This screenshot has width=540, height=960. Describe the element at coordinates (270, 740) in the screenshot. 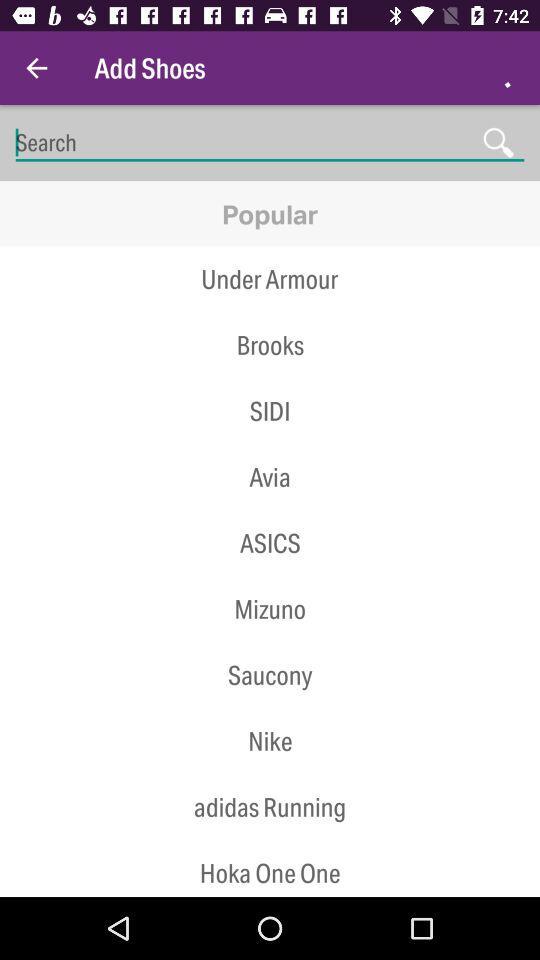

I see `the nike icon` at that location.